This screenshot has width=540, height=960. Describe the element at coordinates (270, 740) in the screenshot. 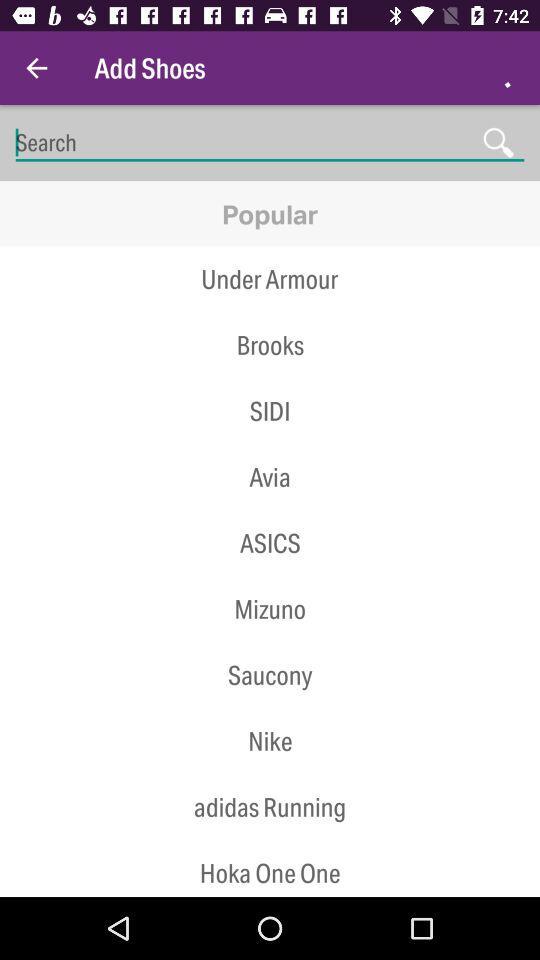

I see `the nike icon` at that location.